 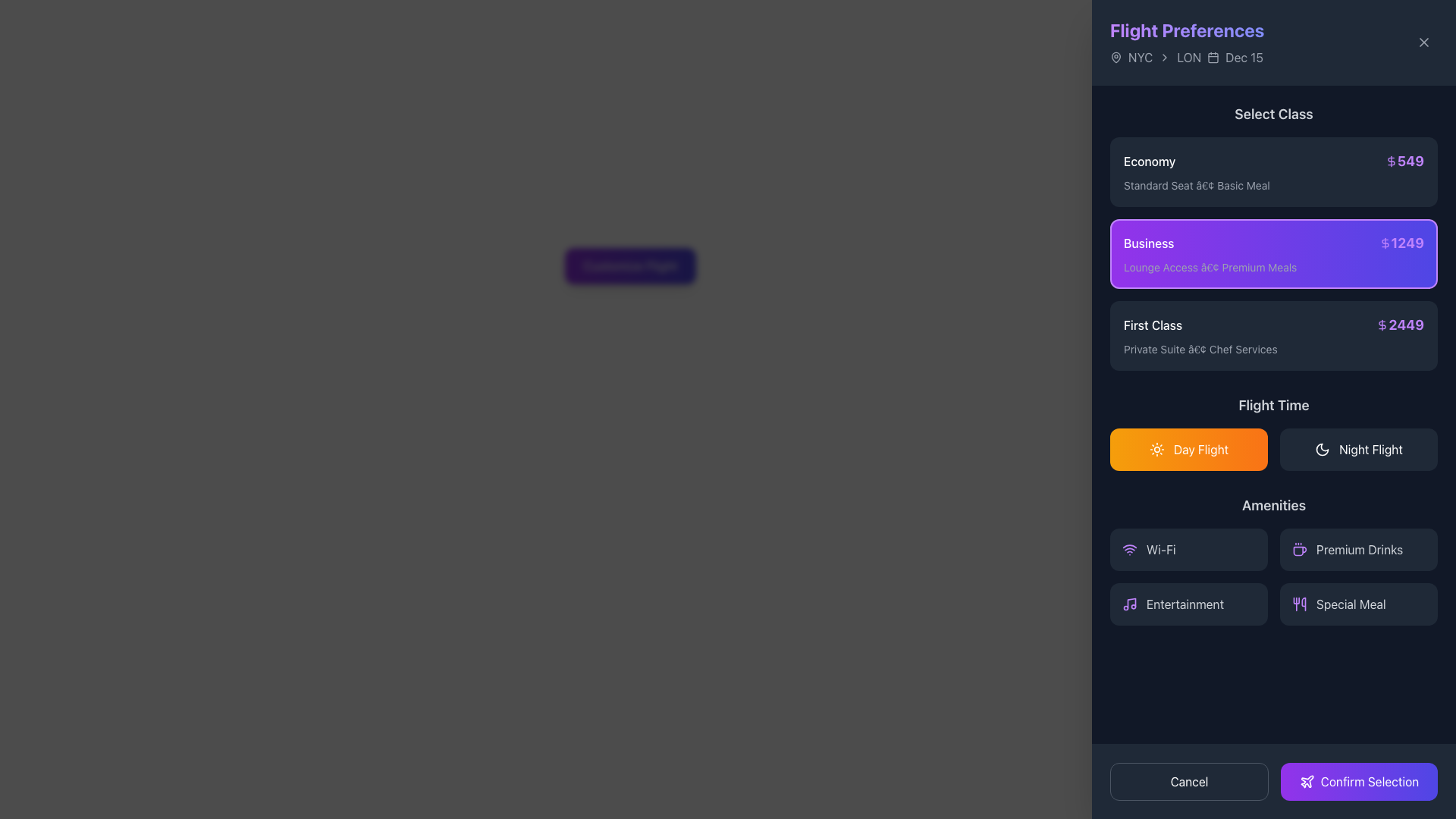 What do you see at coordinates (1423, 42) in the screenshot?
I see `the Close Button Icon located at the top-right corner of the sidebar interface, adjacent to the title 'Flight Preferences'` at bounding box center [1423, 42].